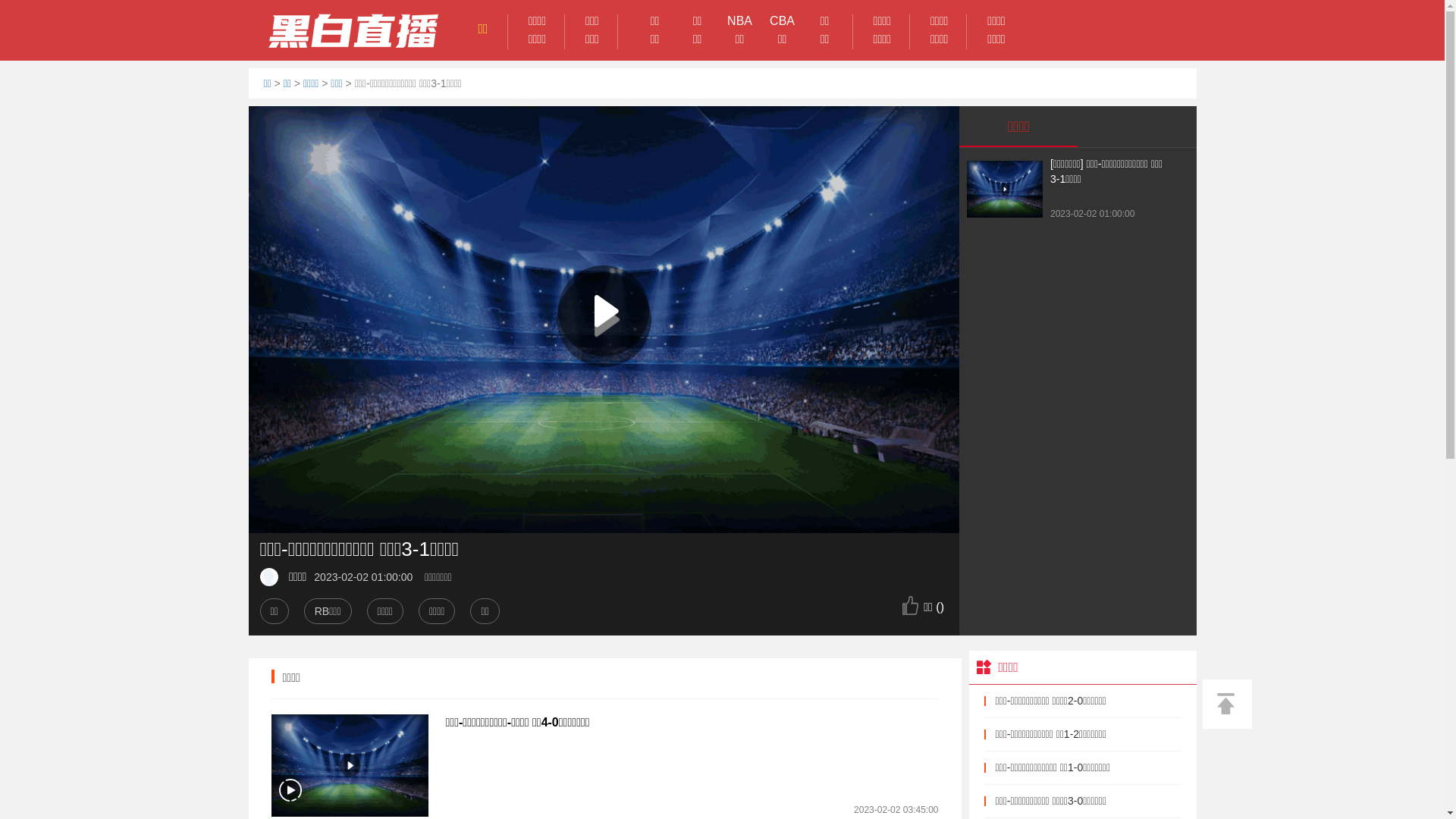 This screenshot has height=819, width=1456. What do you see at coordinates (718, 20) in the screenshot?
I see `'NBA'` at bounding box center [718, 20].